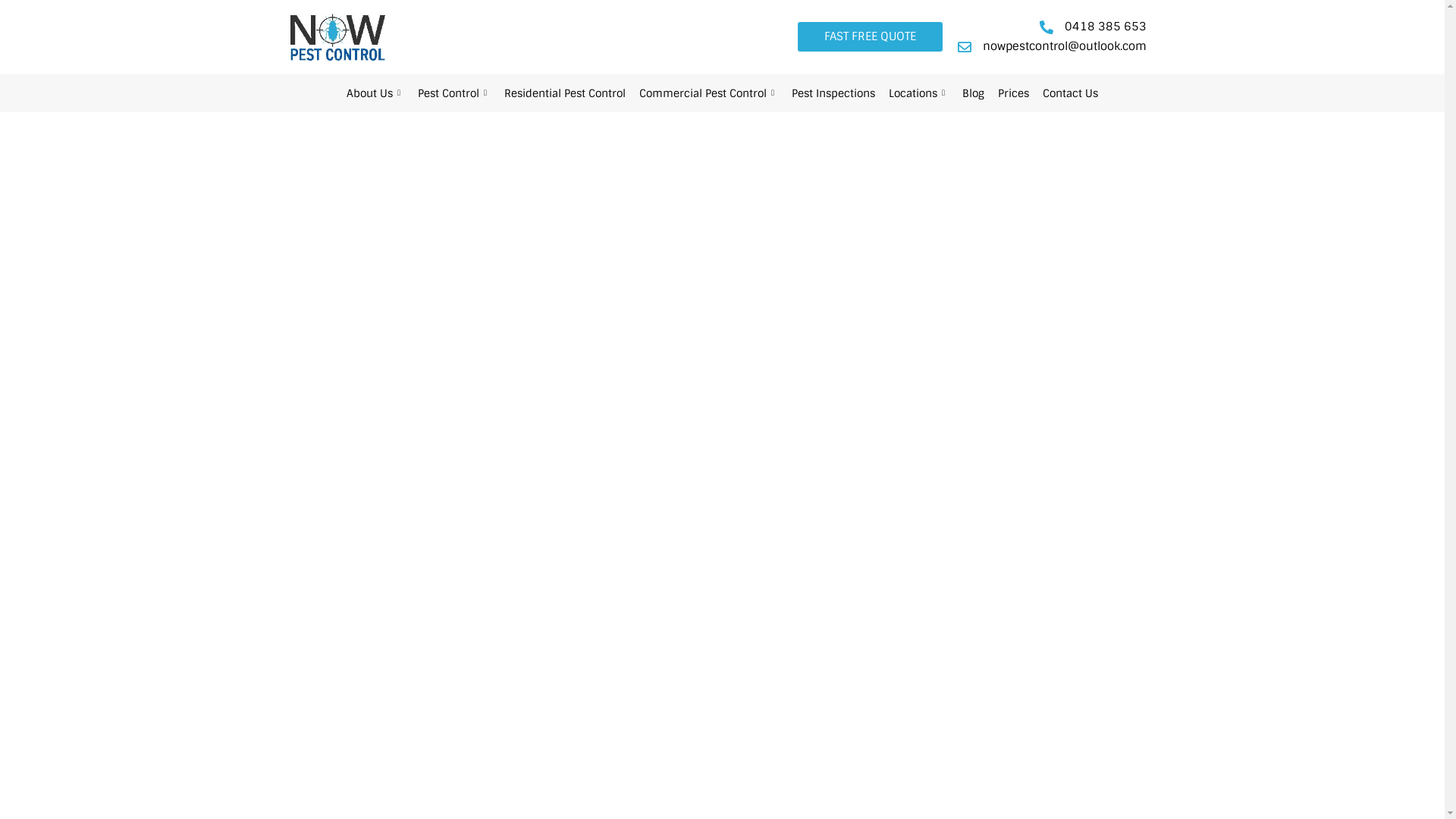 This screenshot has height=819, width=1456. I want to click on 'Contact Us', so click(1069, 93).